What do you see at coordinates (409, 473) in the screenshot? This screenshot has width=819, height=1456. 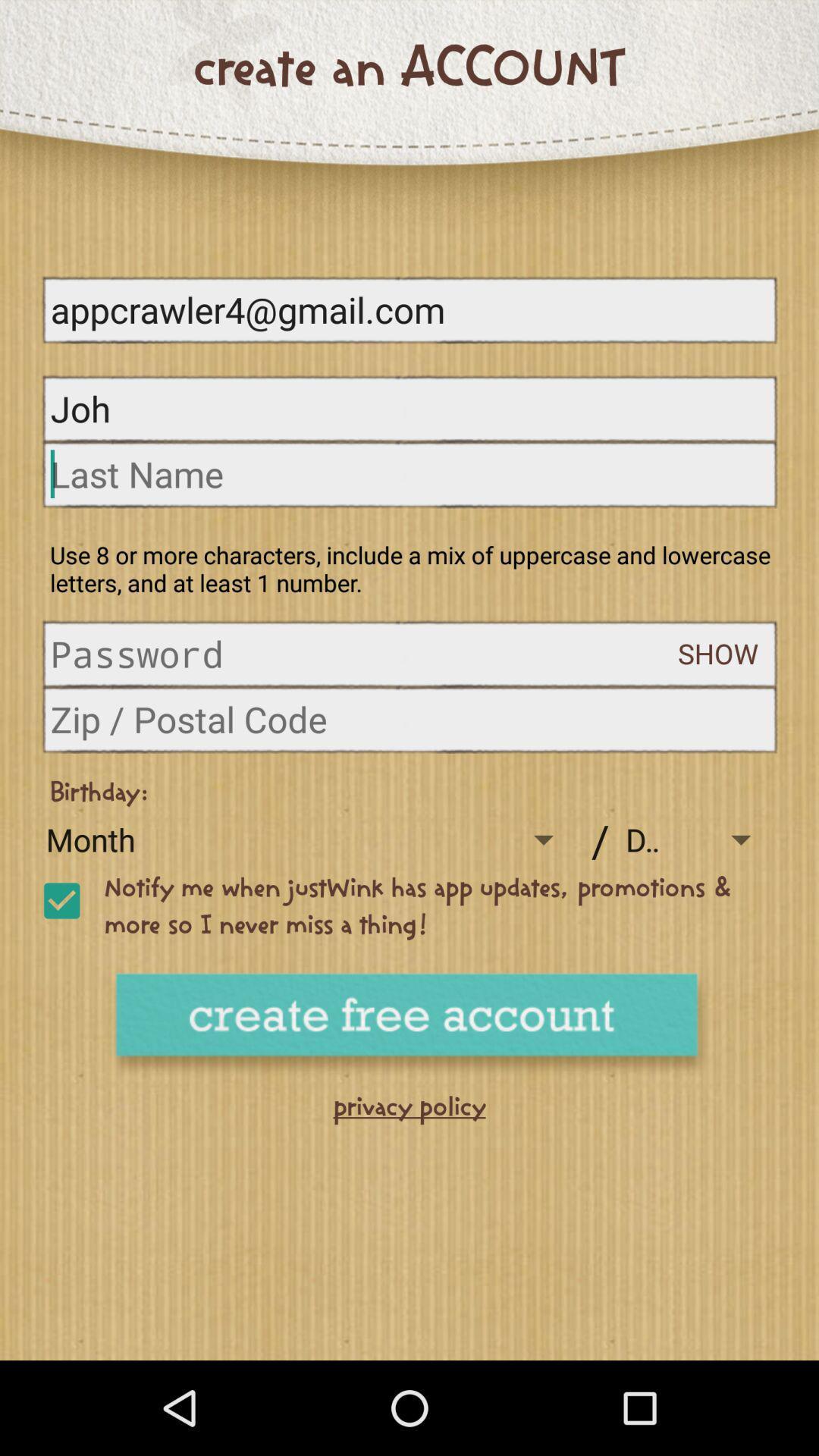 I see `text box` at bounding box center [409, 473].